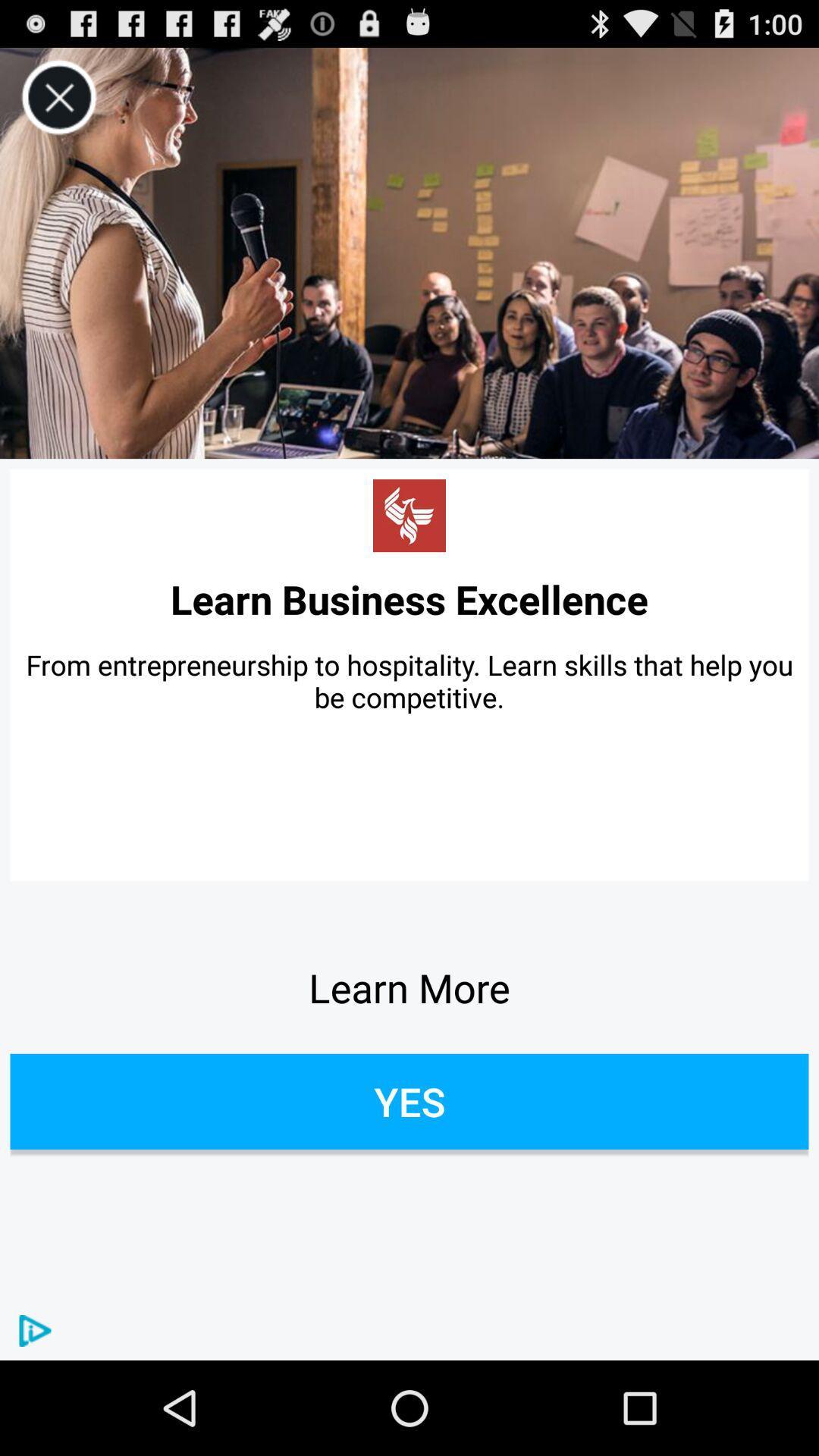 Image resolution: width=819 pixels, height=1456 pixels. Describe the element at coordinates (409, 516) in the screenshot. I see `hyperlink` at that location.